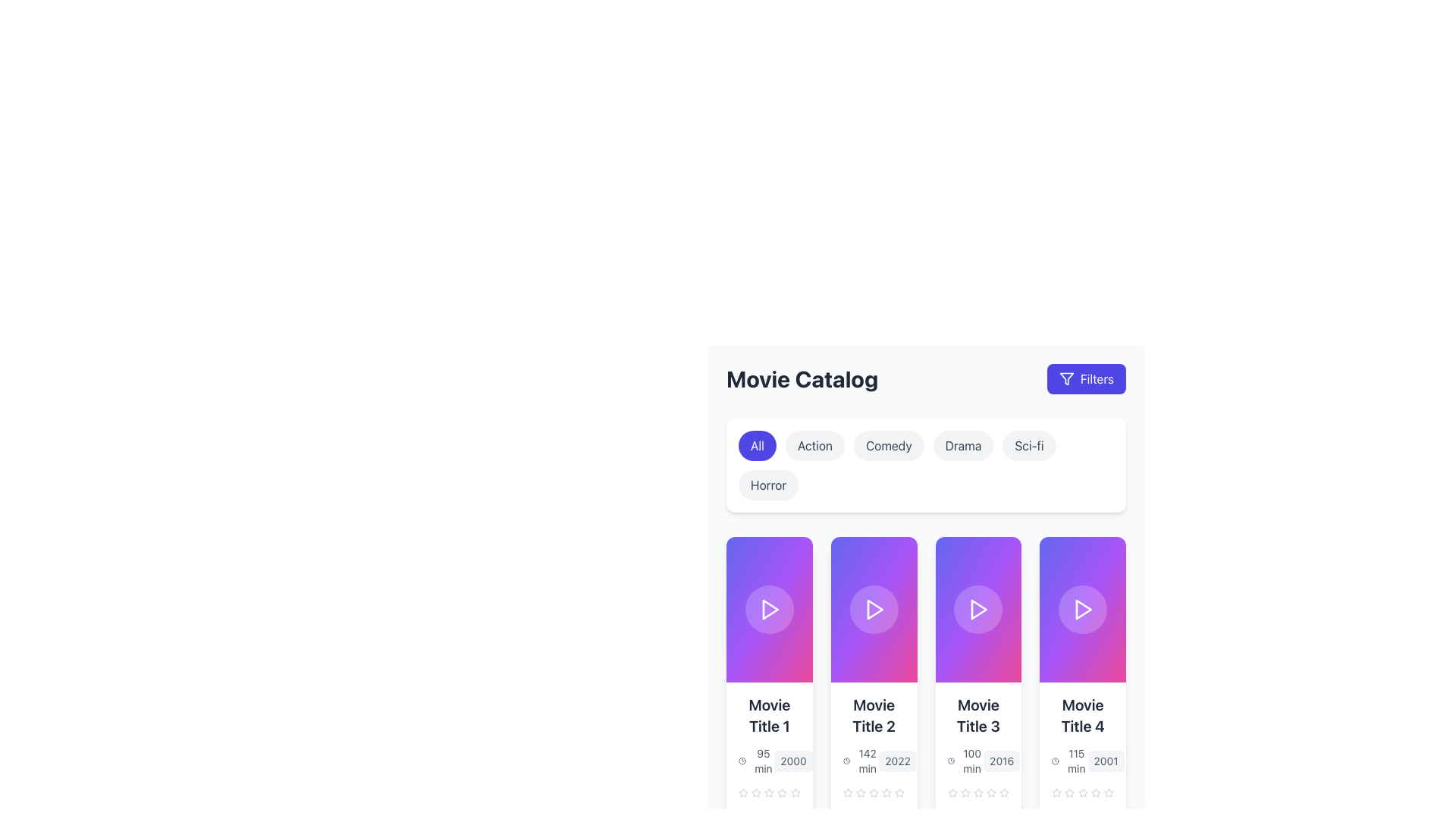 The height and width of the screenshot is (819, 1456). Describe the element at coordinates (950, 761) in the screenshot. I see `the time icon located to the left of the '100 min' text in the third movie card in the grid layout` at that location.